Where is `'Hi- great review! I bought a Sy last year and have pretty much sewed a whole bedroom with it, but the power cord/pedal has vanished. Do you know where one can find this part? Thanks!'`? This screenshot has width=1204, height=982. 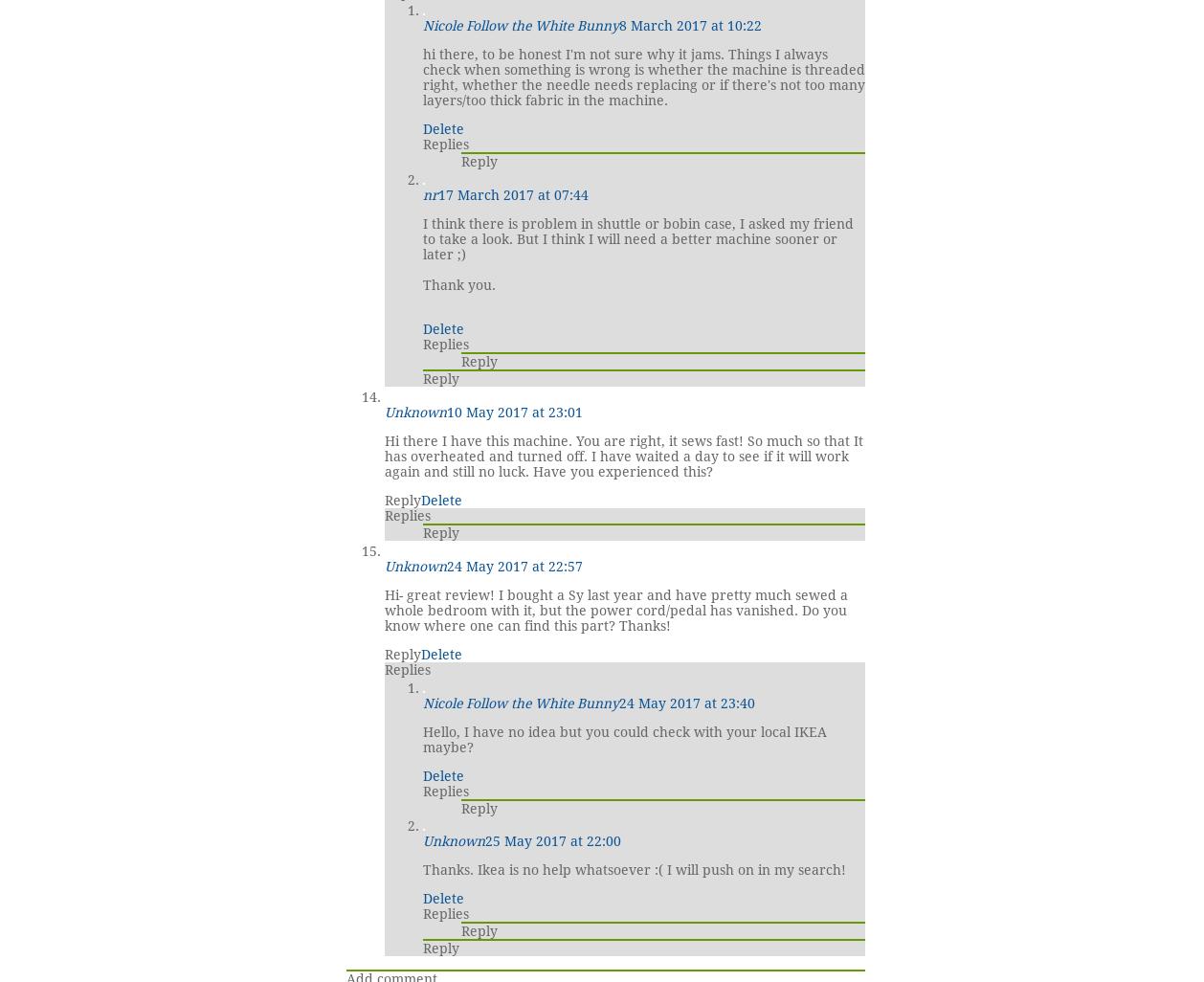 'Hi- great review! I bought a Sy last year and have pretty much sewed a whole bedroom with it, but the power cord/pedal has vanished. Do you know where one can find this part? Thanks!' is located at coordinates (615, 610).